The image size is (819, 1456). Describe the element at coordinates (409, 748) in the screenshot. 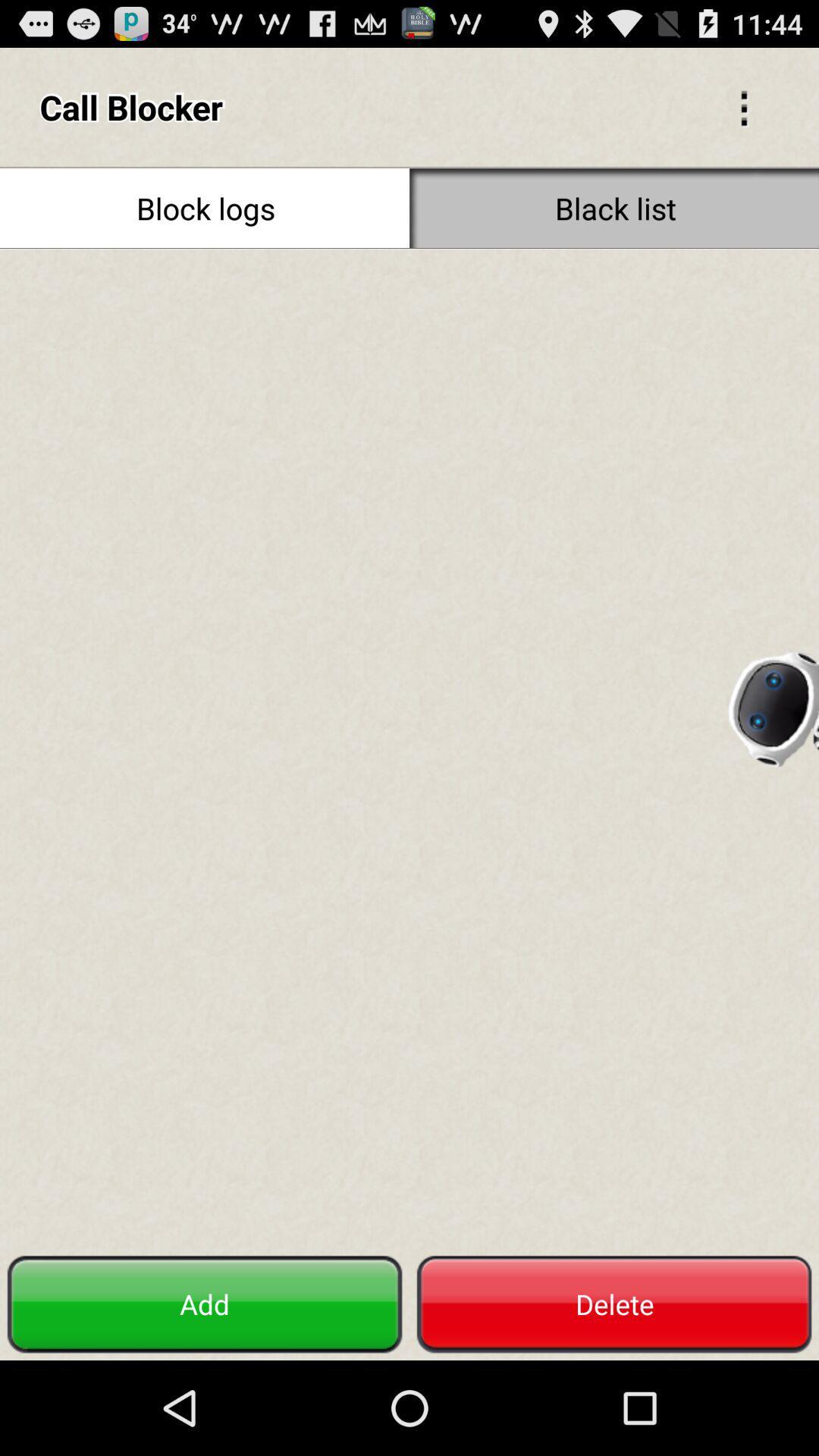

I see `call` at that location.